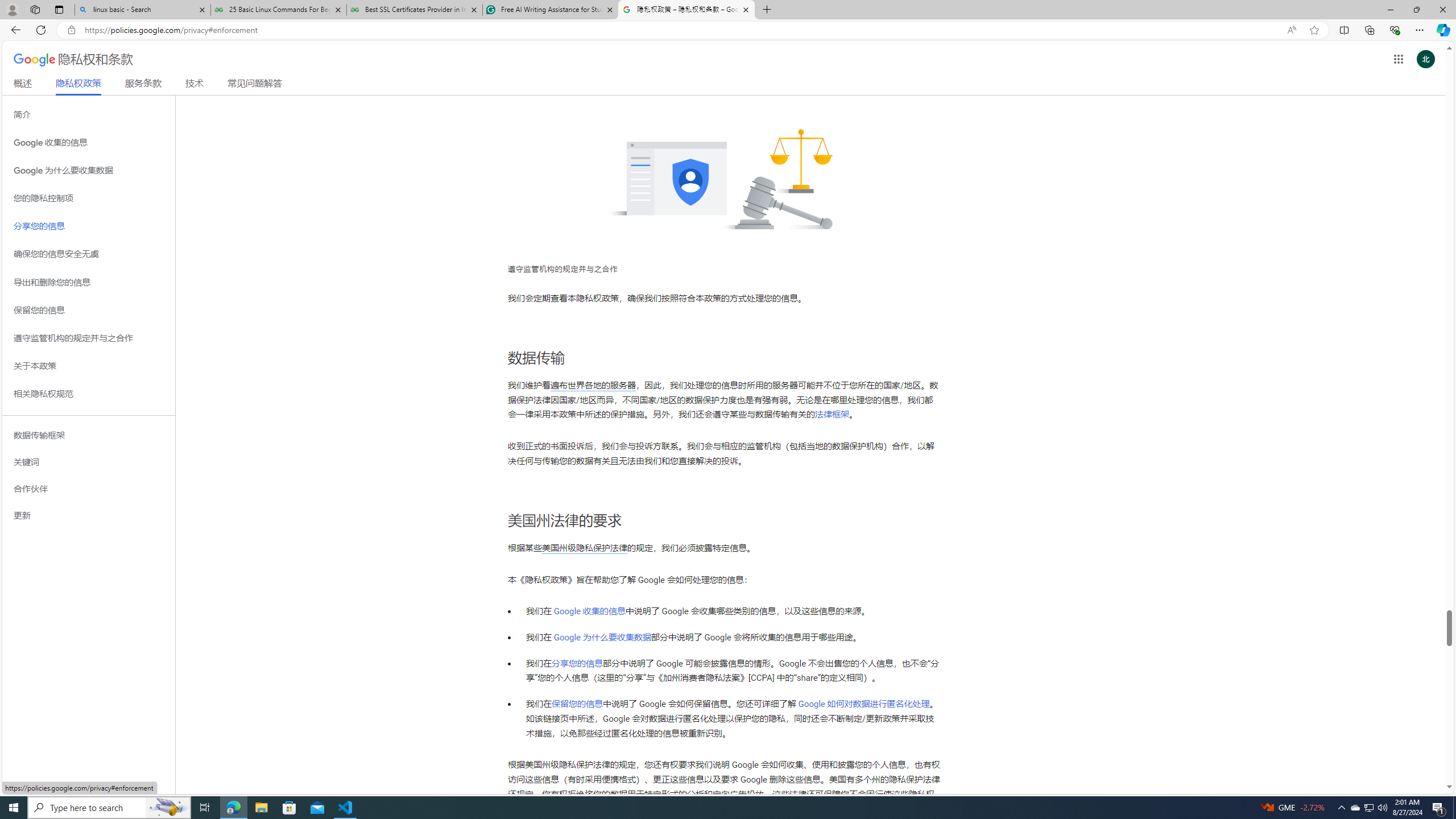  I want to click on 'Best SSL Certificates Provider in India - GeeksforGeeks', so click(415, 9).